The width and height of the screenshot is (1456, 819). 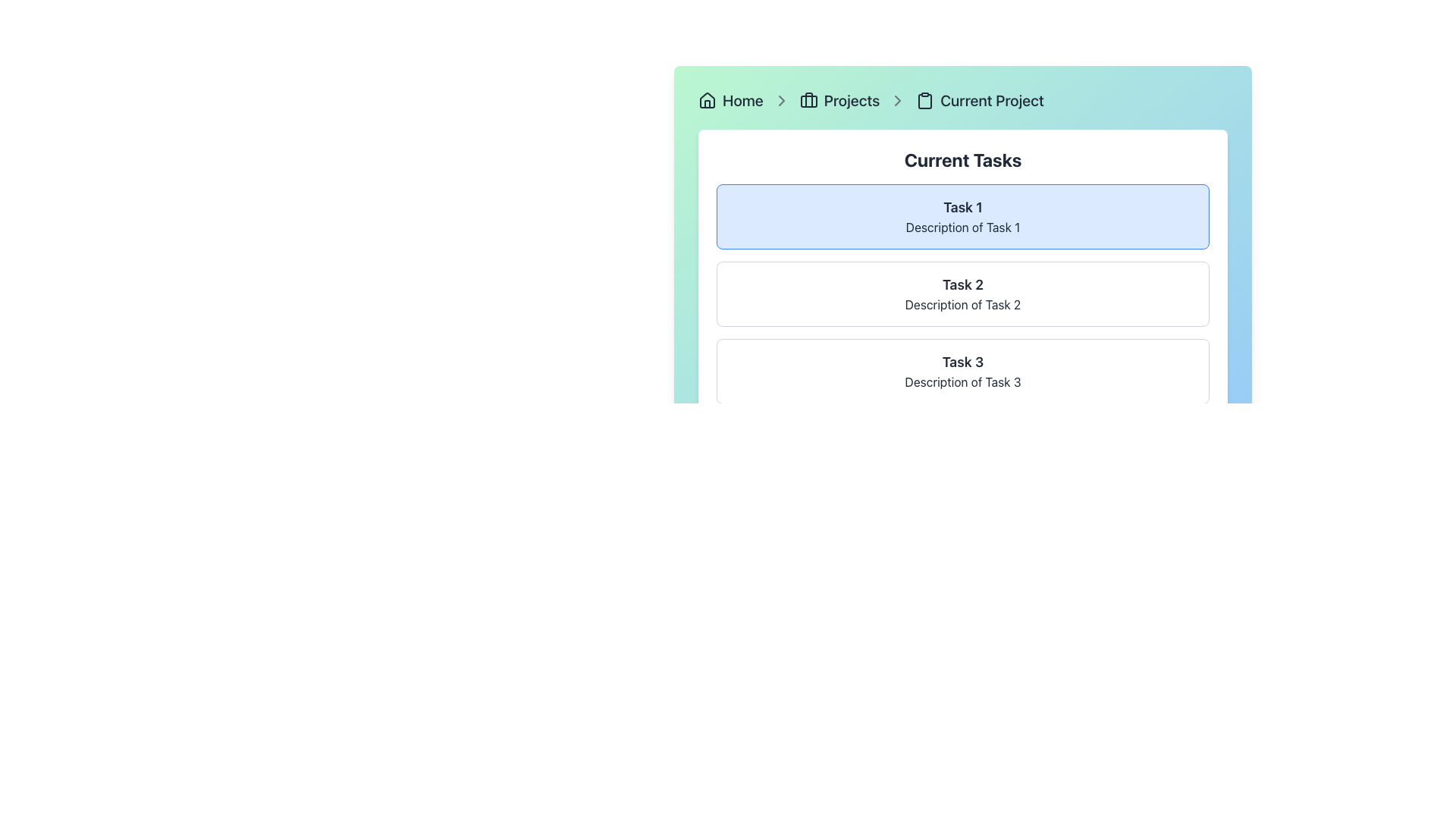 What do you see at coordinates (898, 100) in the screenshot?
I see `the visual context of the arrowhead-shaped Vector Graphic Icon located in the breadcrumb navigation bar between 'Projects' and 'Current Project'` at bounding box center [898, 100].